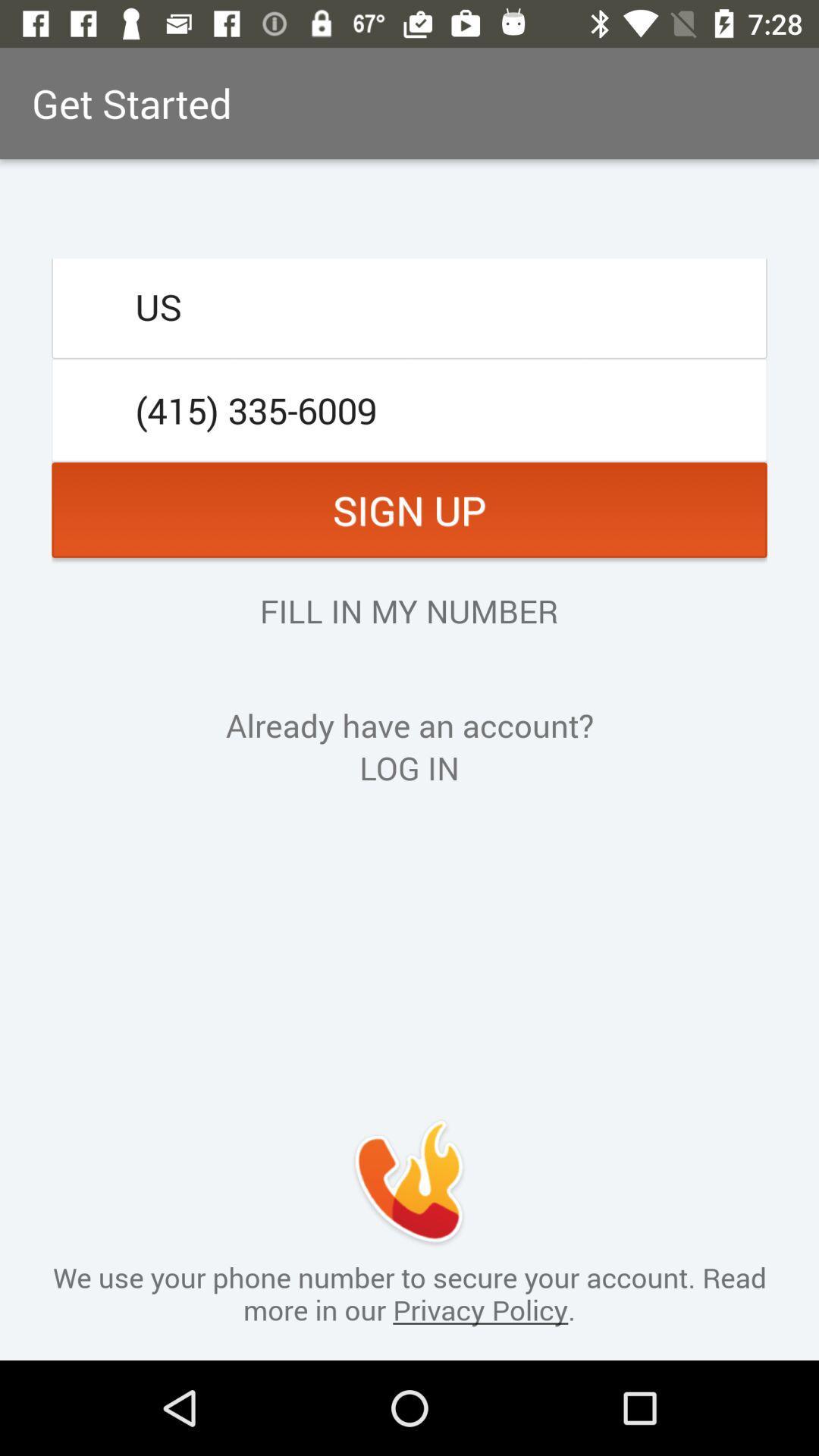 This screenshot has height=1456, width=819. Describe the element at coordinates (409, 306) in the screenshot. I see `us` at that location.